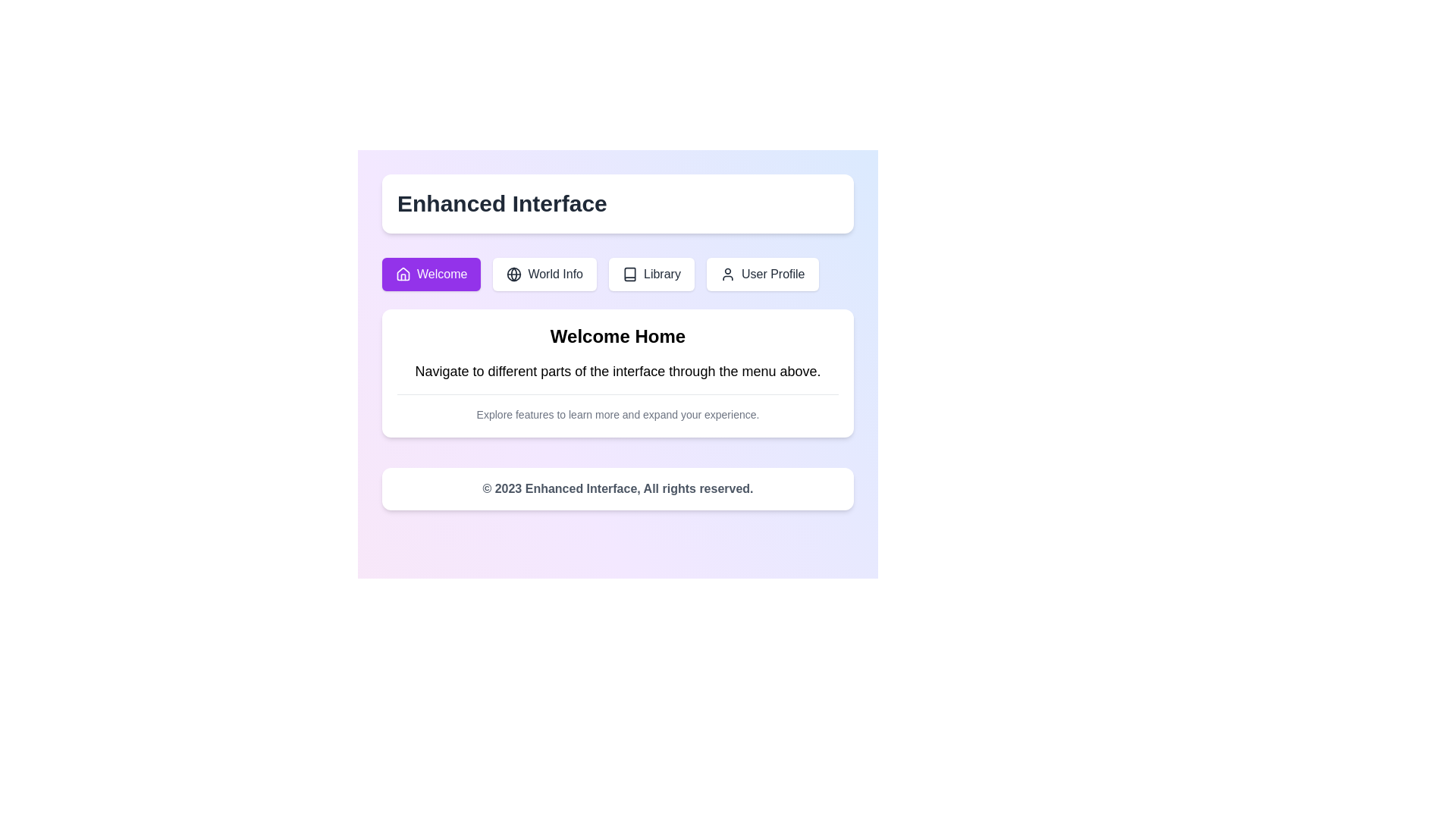 The width and height of the screenshot is (1456, 819). Describe the element at coordinates (502, 202) in the screenshot. I see `the text label or heading that serves as the title or headline, providing context about the content of the displayed interface` at that location.